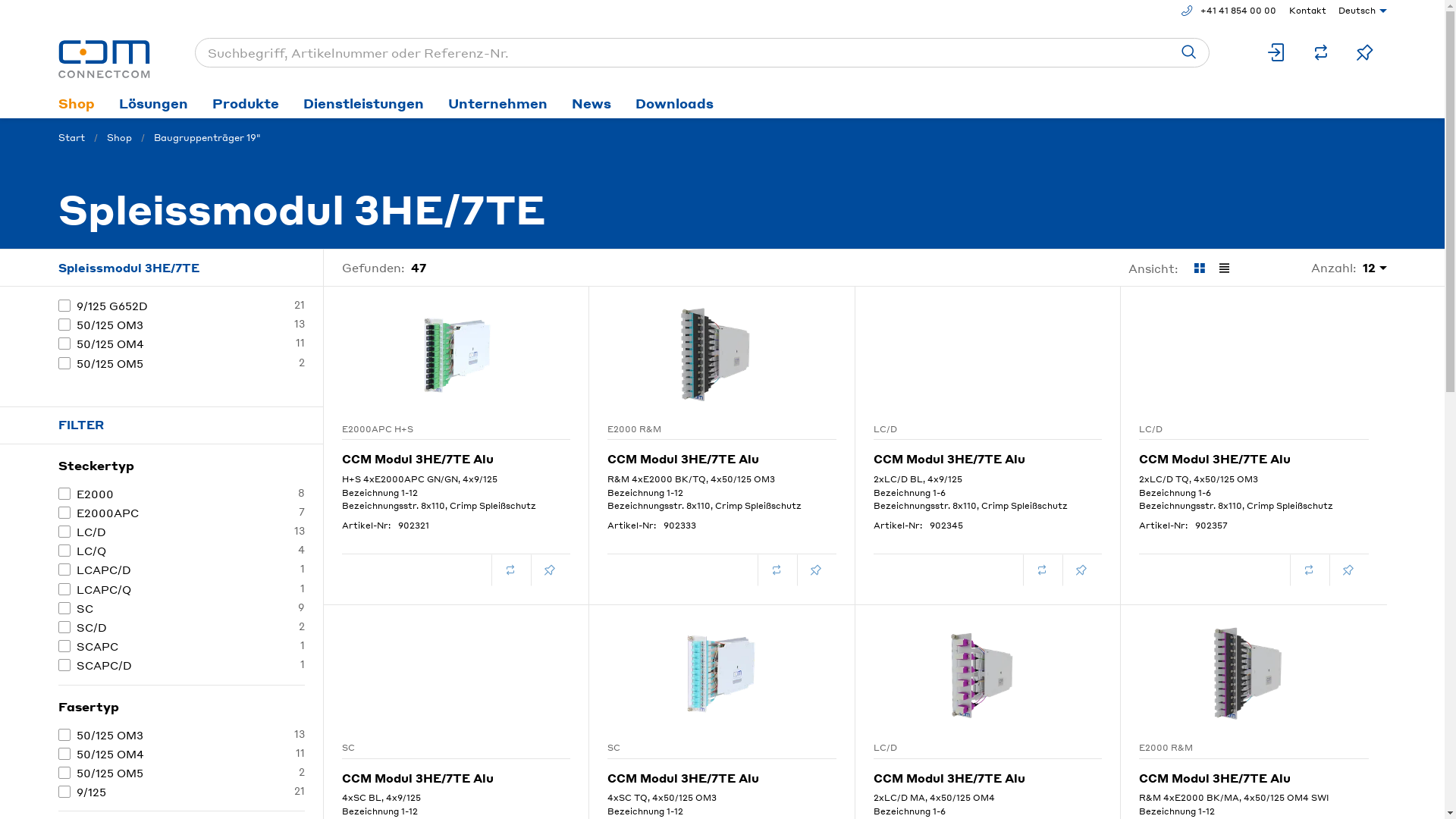  Describe the element at coordinates (590, 102) in the screenshot. I see `'News'` at that location.